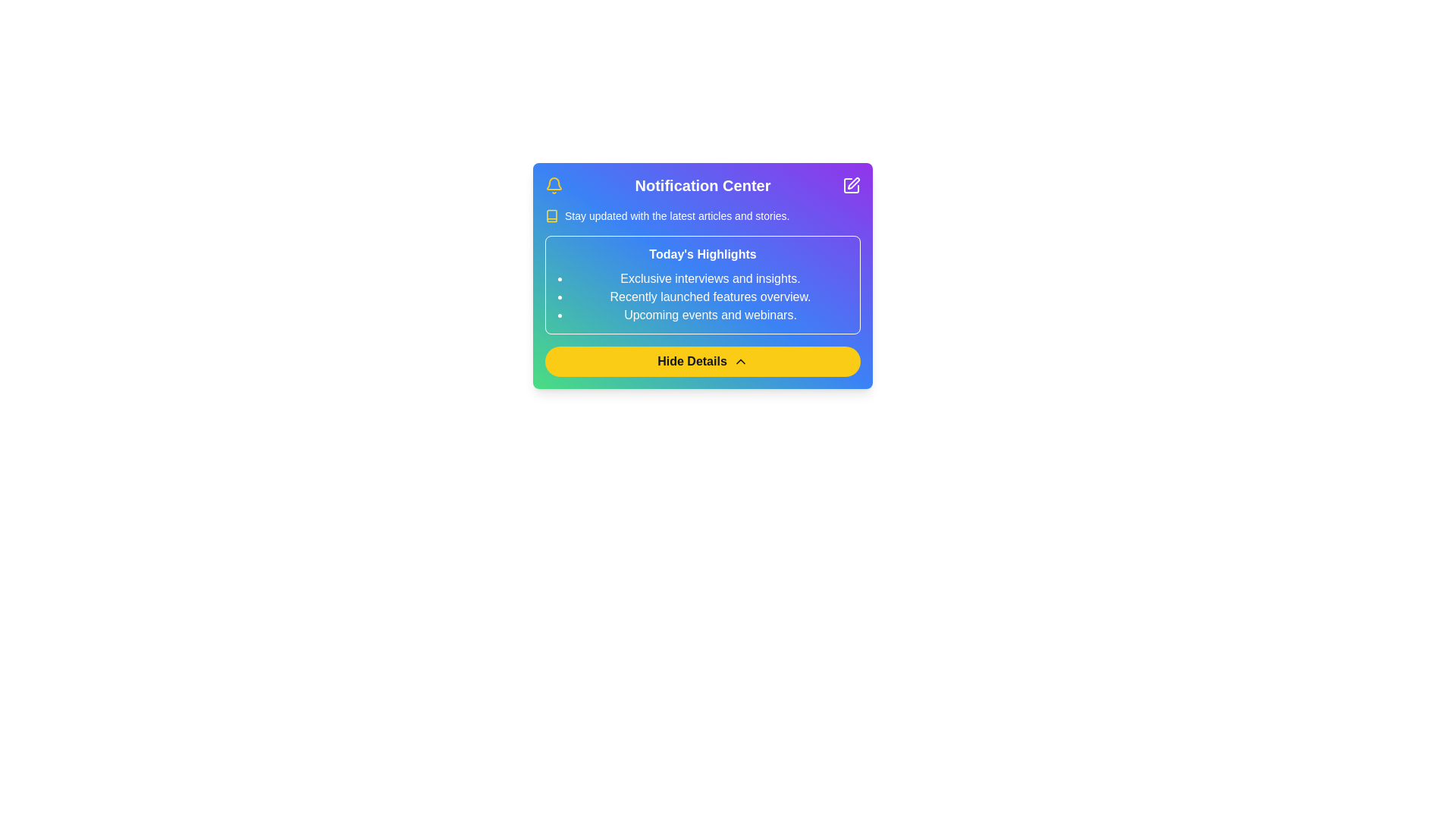  What do you see at coordinates (701, 362) in the screenshot?
I see `the yellow rectangular button labeled 'Hide Details' with a chevron icon to activate the hover effects` at bounding box center [701, 362].